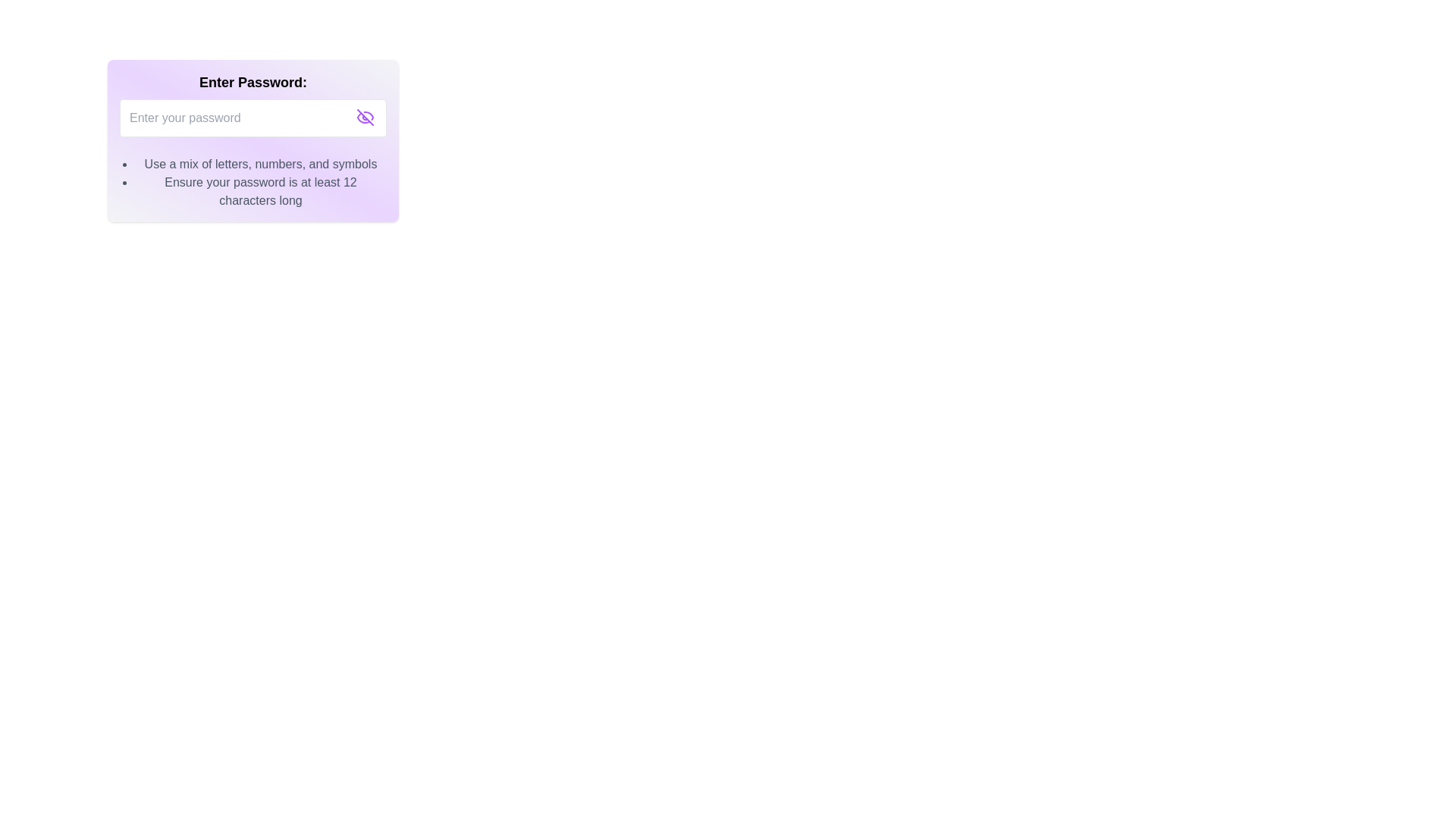 Image resolution: width=1456 pixels, height=819 pixels. What do you see at coordinates (365, 116) in the screenshot?
I see `the minimalistic icon with a diagonal line indicating password visibility toggle, located in the top-right corner of the password input field` at bounding box center [365, 116].